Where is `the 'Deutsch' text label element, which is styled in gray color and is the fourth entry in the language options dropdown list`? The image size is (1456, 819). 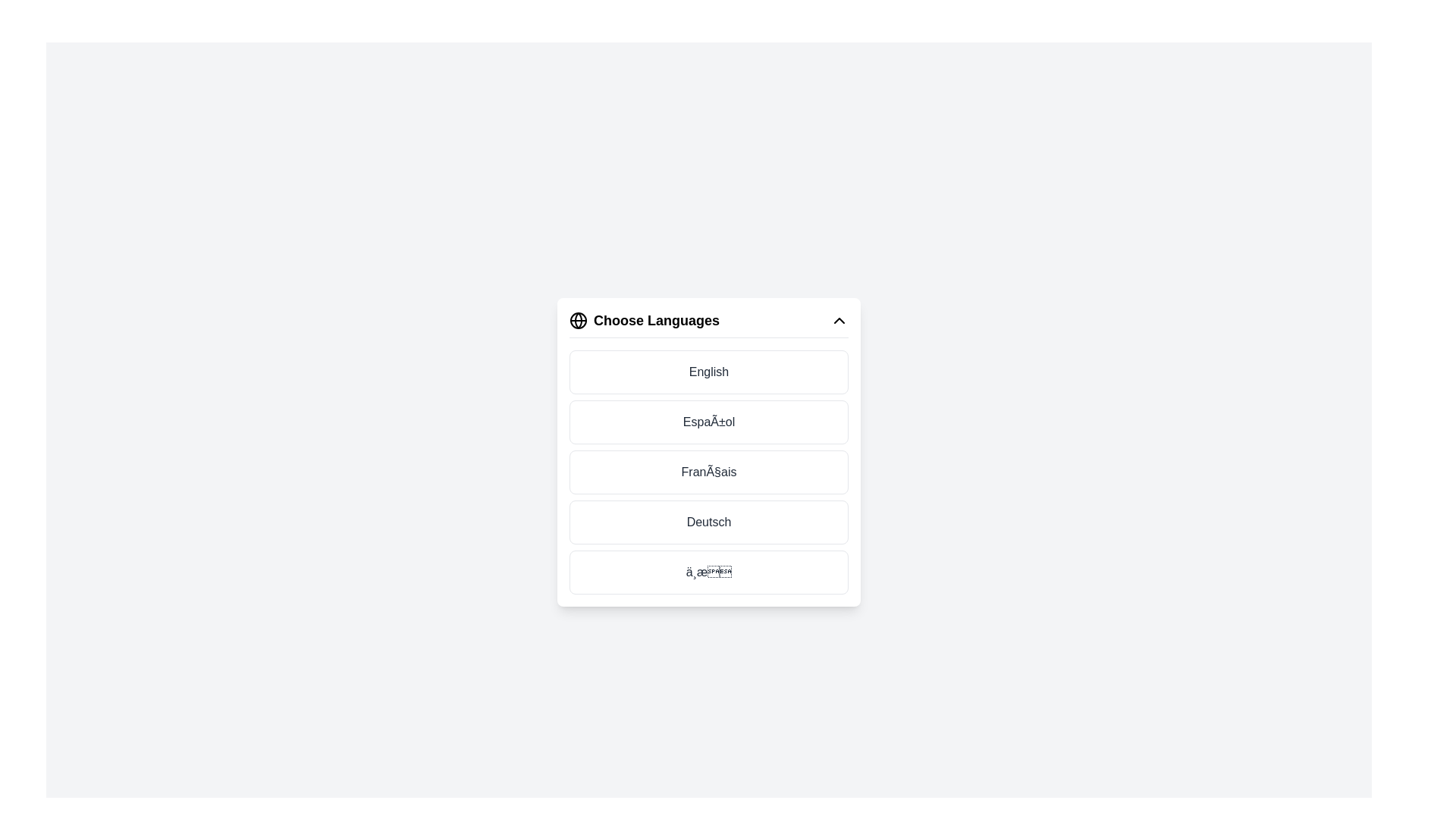 the 'Deutsch' text label element, which is styled in gray color and is the fourth entry in the language options dropdown list is located at coordinates (708, 520).